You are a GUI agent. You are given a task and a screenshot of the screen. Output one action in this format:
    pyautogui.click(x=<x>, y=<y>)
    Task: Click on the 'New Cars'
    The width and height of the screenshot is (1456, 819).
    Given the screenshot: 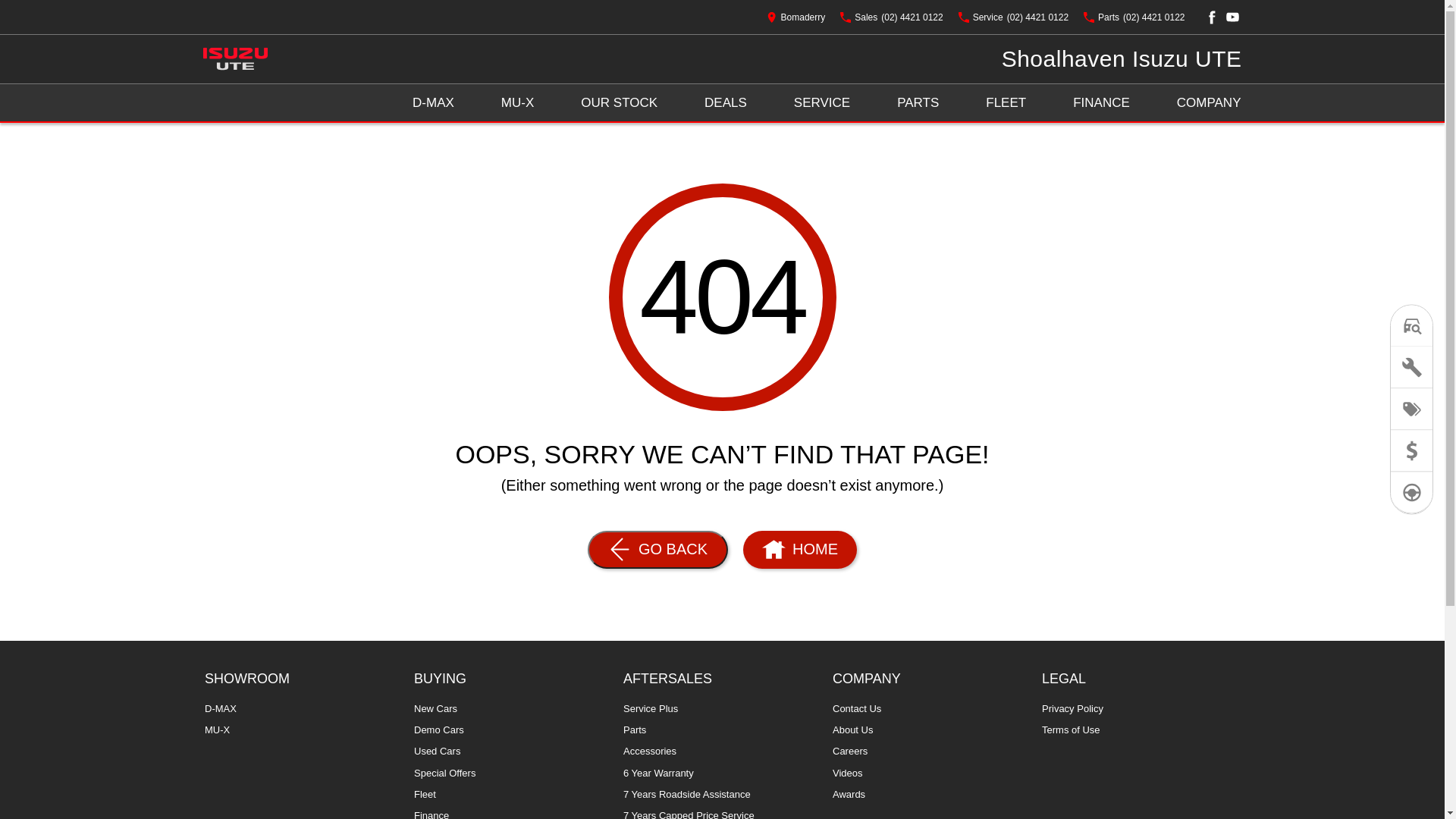 What is the action you would take?
    pyautogui.click(x=435, y=713)
    